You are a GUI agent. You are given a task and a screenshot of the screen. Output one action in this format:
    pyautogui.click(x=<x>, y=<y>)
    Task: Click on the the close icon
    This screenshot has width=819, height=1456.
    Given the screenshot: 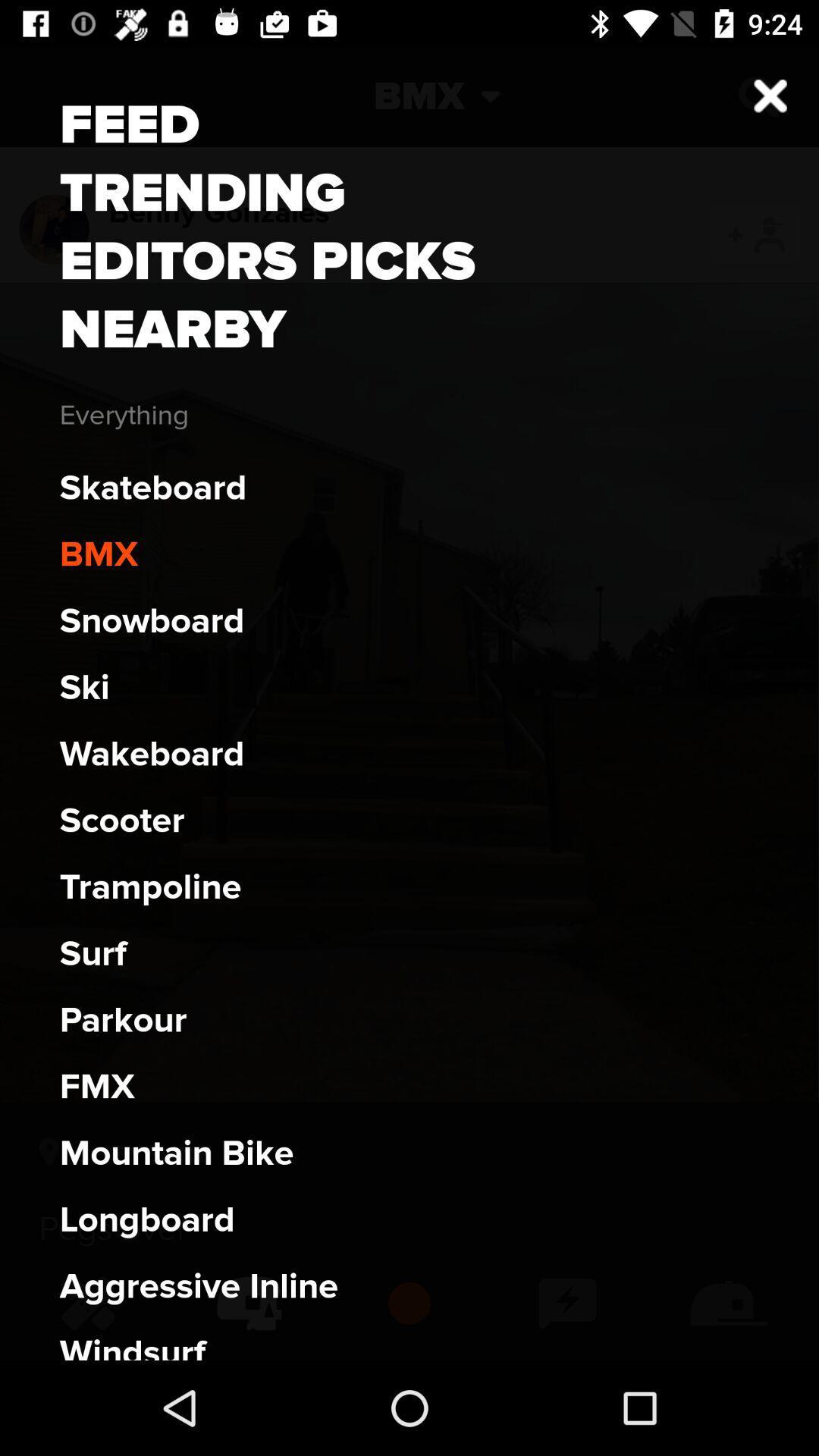 What is the action you would take?
    pyautogui.click(x=770, y=95)
    